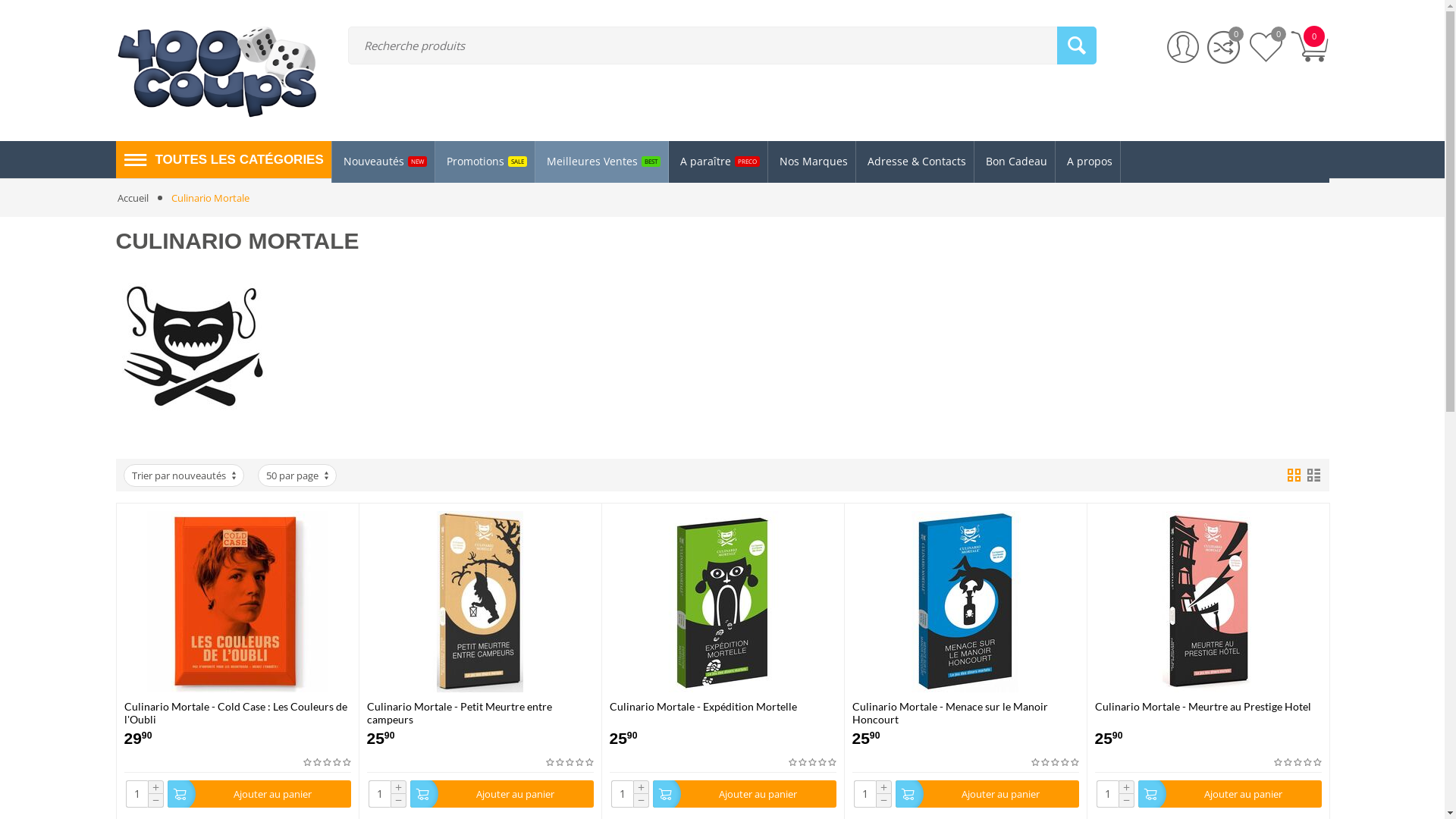 This screenshot has width=1456, height=819. What do you see at coordinates (237, 713) in the screenshot?
I see `'Culinario Mortale - Cold Case : Les Couleurs de l'Oubli'` at bounding box center [237, 713].